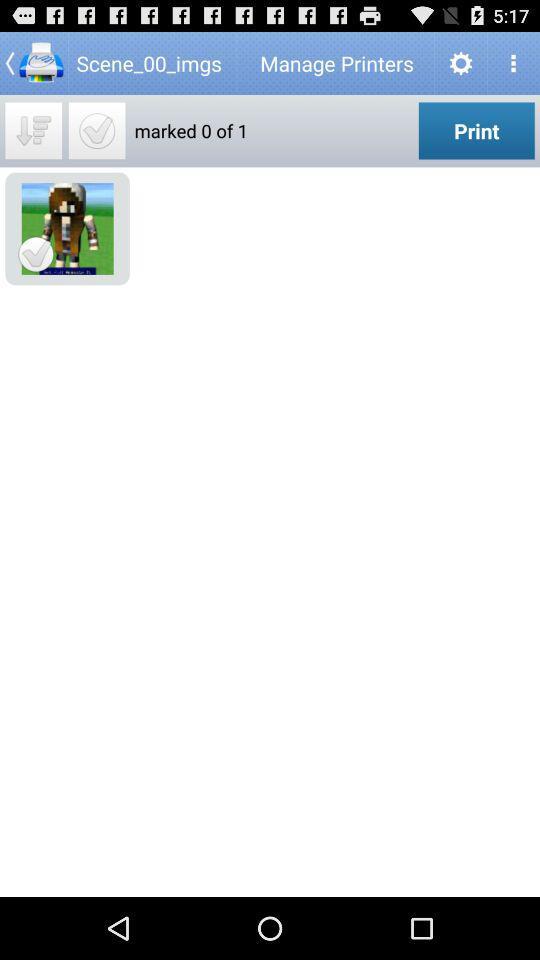 Image resolution: width=540 pixels, height=960 pixels. What do you see at coordinates (32, 129) in the screenshot?
I see `mark all` at bounding box center [32, 129].